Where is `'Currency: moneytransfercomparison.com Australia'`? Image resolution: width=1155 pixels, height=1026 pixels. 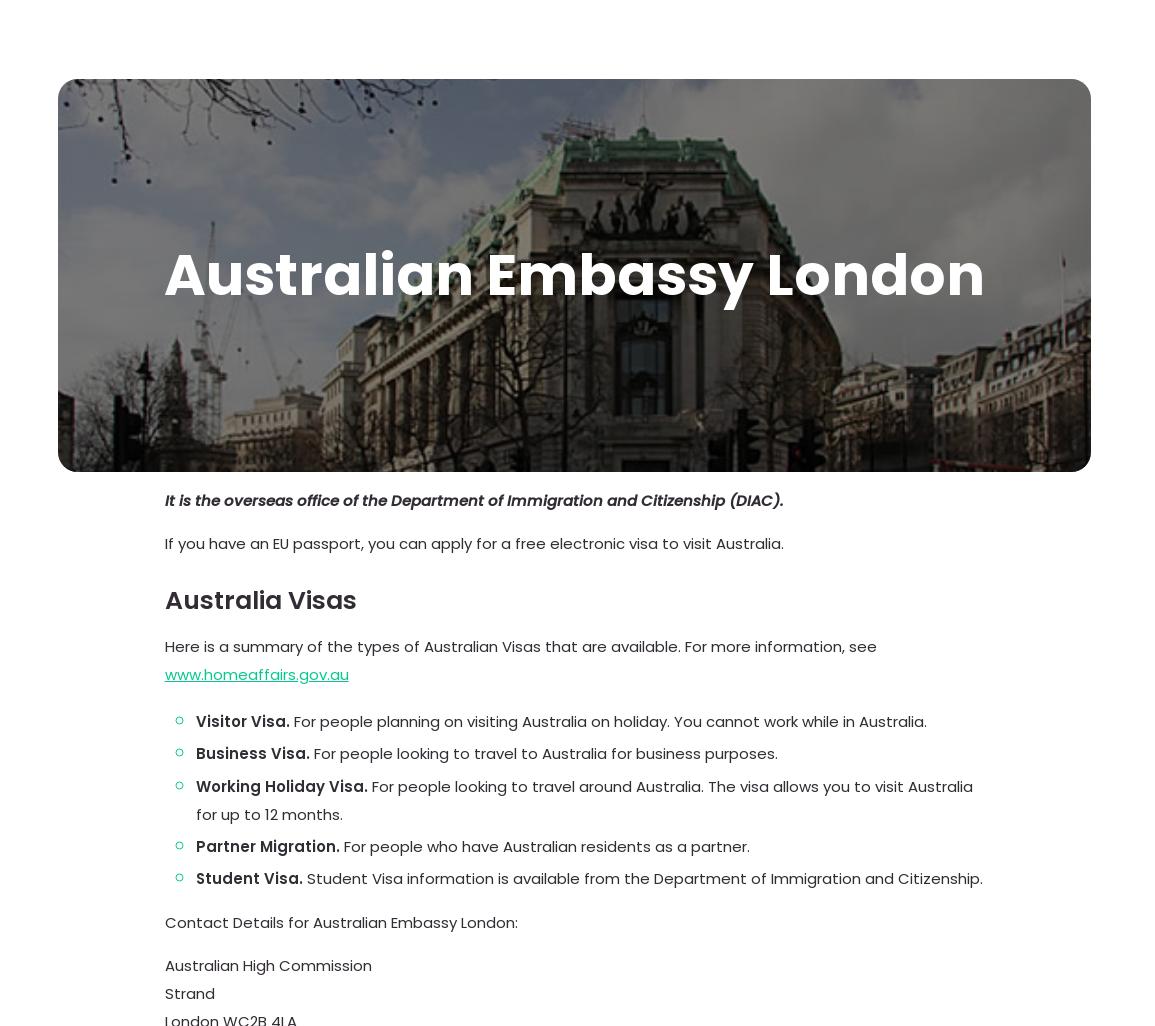 'Currency: moneytransfercomparison.com Australia' is located at coordinates (543, 856).